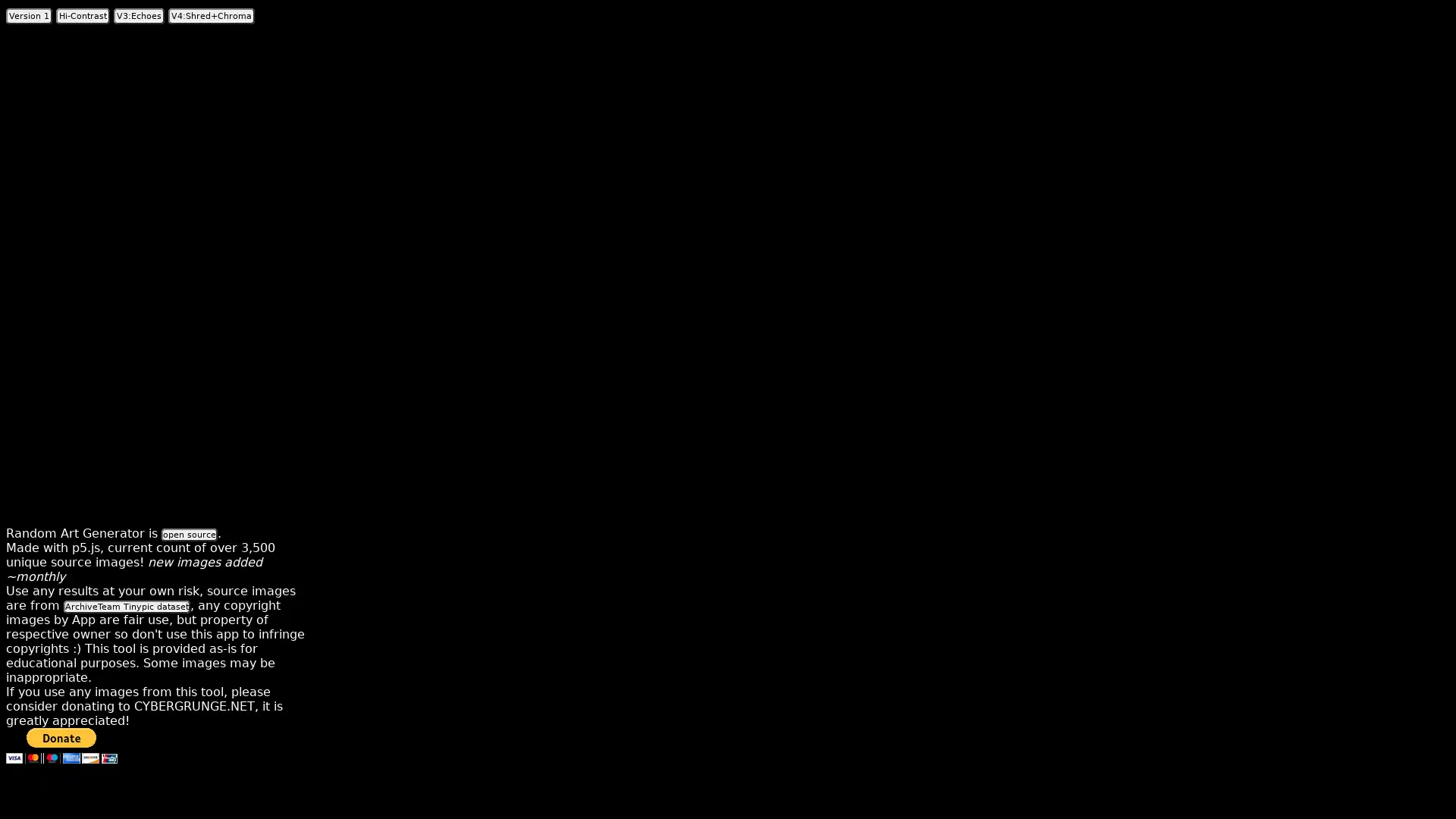 This screenshot has height=819, width=1456. What do you see at coordinates (61, 745) in the screenshot?
I see `Donate with PayPal button` at bounding box center [61, 745].